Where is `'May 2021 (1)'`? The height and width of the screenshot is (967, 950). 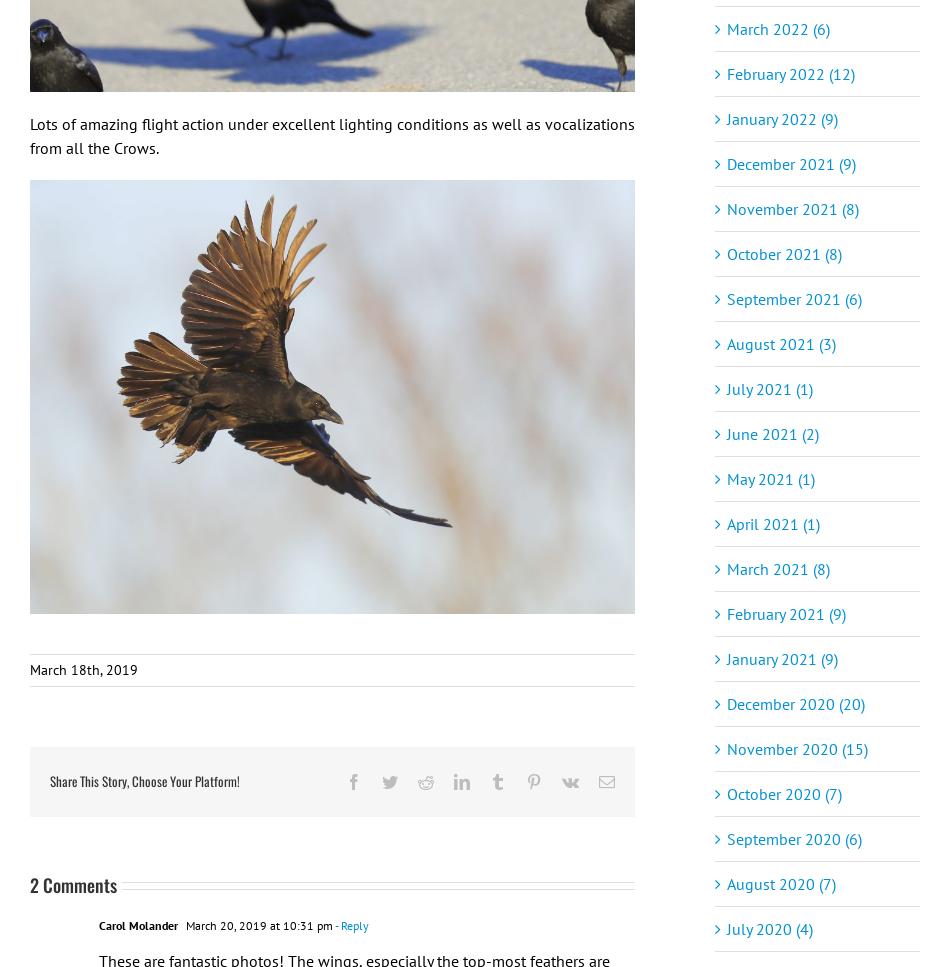
'May 2021 (1)' is located at coordinates (770, 477).